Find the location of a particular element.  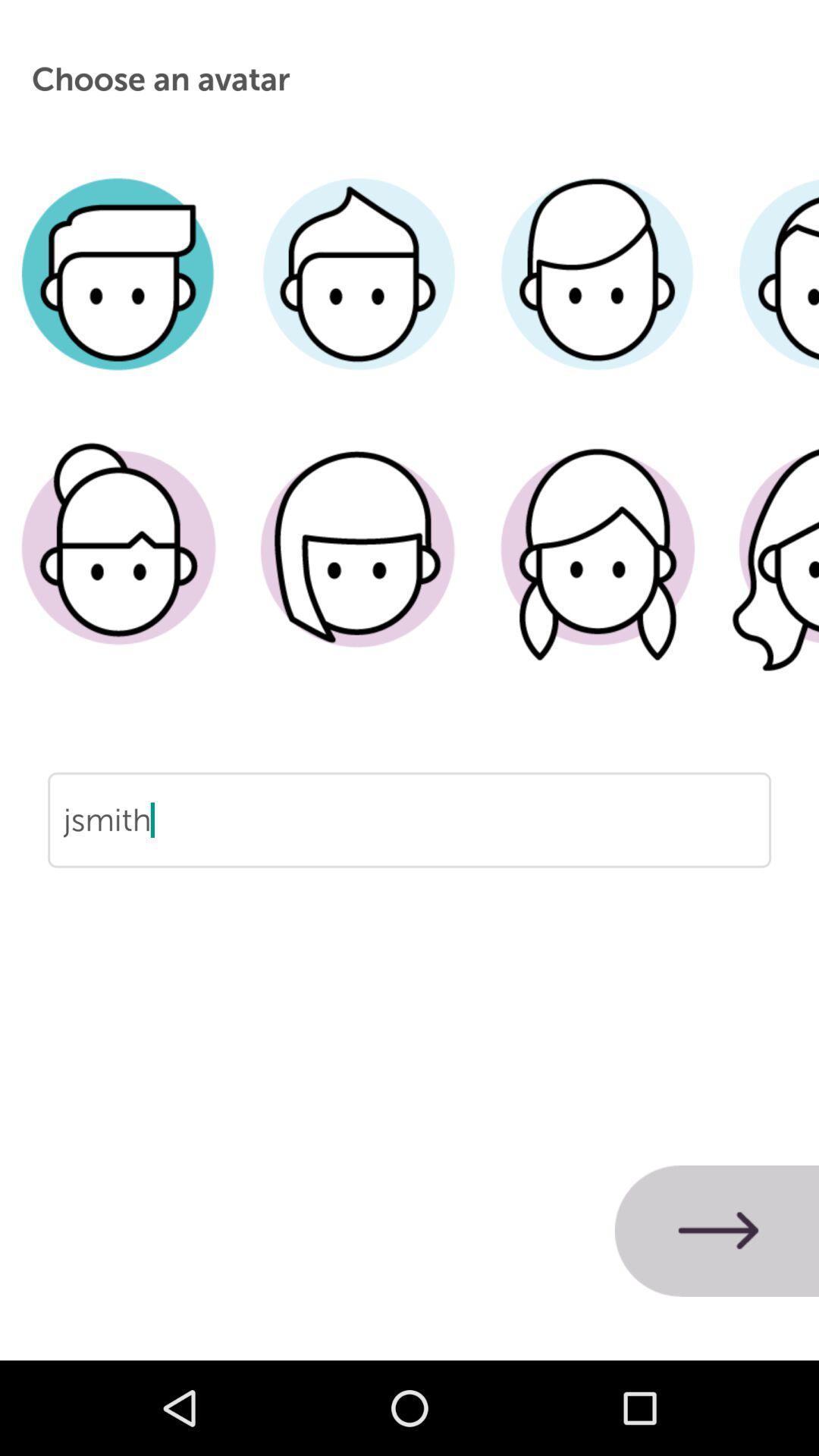

item at the bottom right corner is located at coordinates (717, 1231).